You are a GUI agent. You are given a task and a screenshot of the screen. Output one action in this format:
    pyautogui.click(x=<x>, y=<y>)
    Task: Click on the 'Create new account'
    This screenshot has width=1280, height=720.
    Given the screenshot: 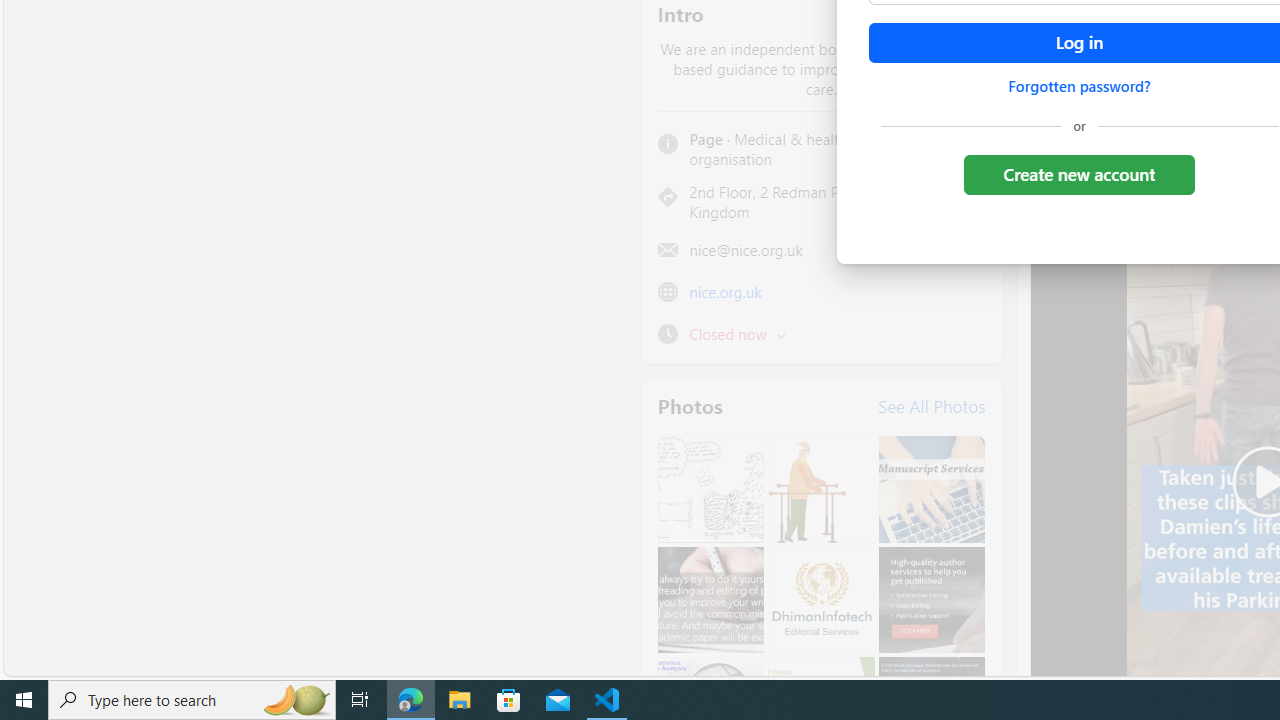 What is the action you would take?
    pyautogui.click(x=1078, y=173)
    